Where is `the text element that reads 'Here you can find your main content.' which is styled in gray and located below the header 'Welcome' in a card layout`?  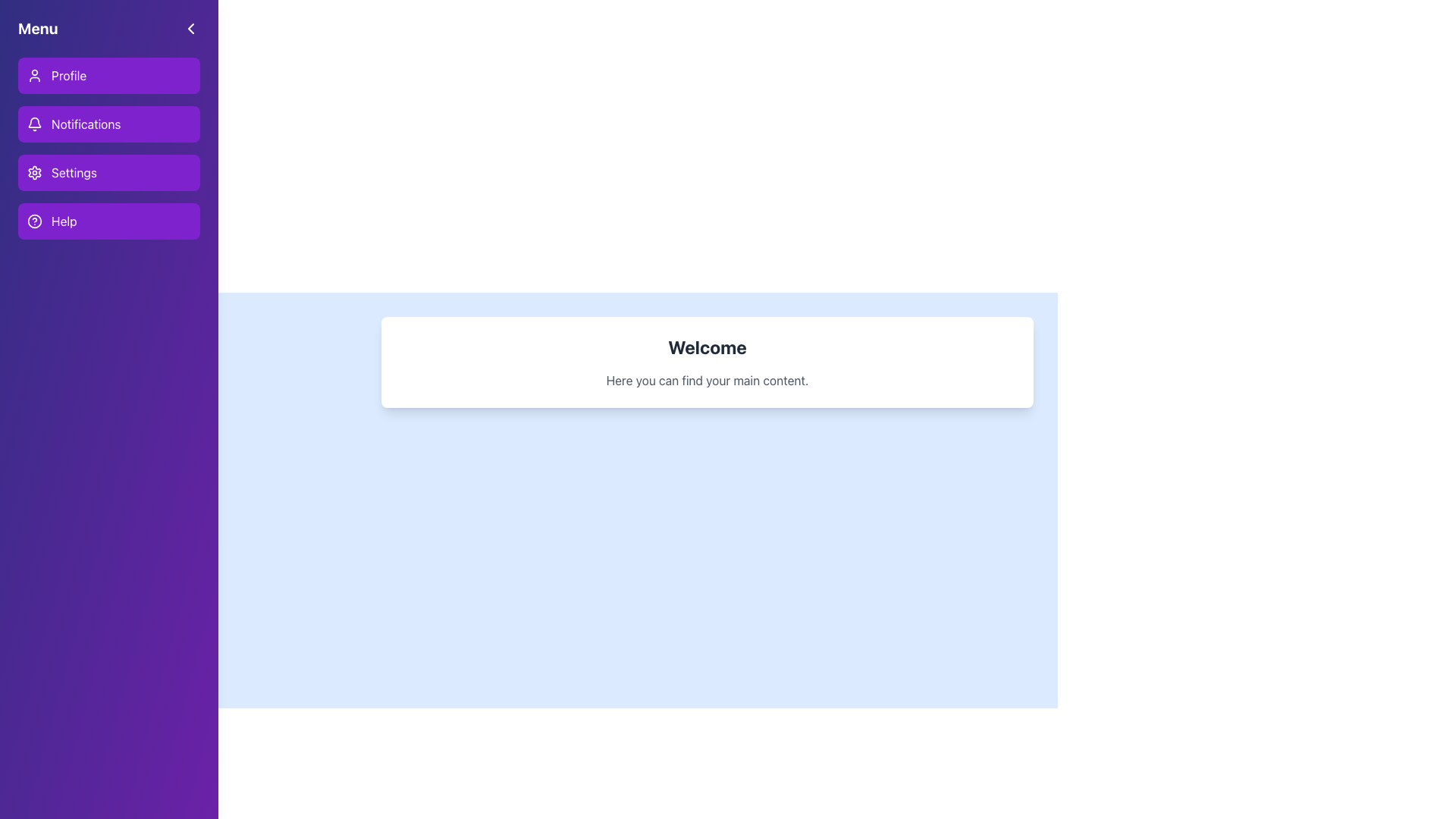 the text element that reads 'Here you can find your main content.' which is styled in gray and located below the header 'Welcome' in a card layout is located at coordinates (706, 379).